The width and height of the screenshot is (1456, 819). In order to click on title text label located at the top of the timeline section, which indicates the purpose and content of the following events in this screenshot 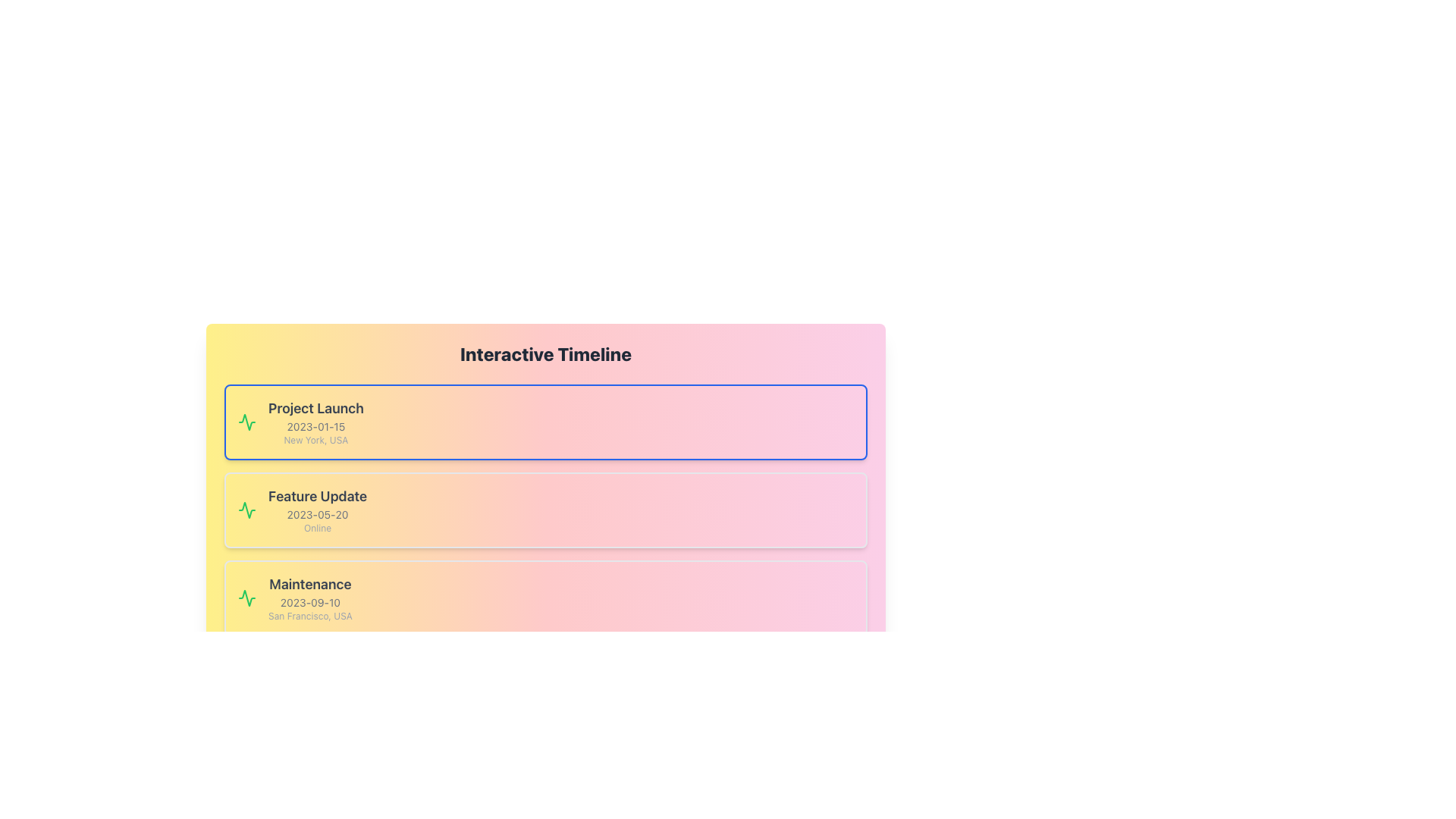, I will do `click(546, 353)`.